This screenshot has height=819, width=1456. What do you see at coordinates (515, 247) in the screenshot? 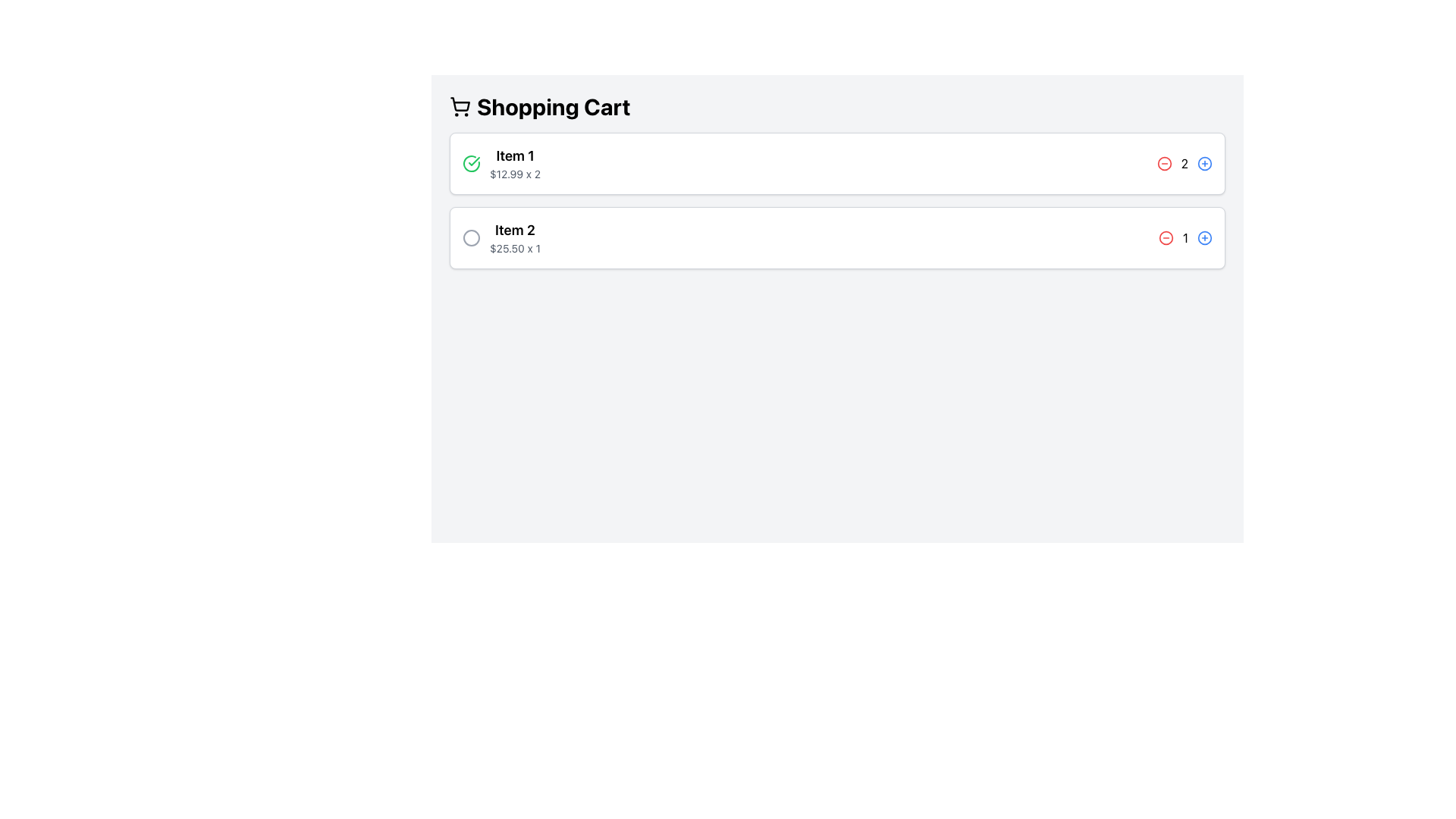
I see `the informational text displaying the unit price and quantity selected for Item 2, which is positioned below the 'Item 2' label` at bounding box center [515, 247].